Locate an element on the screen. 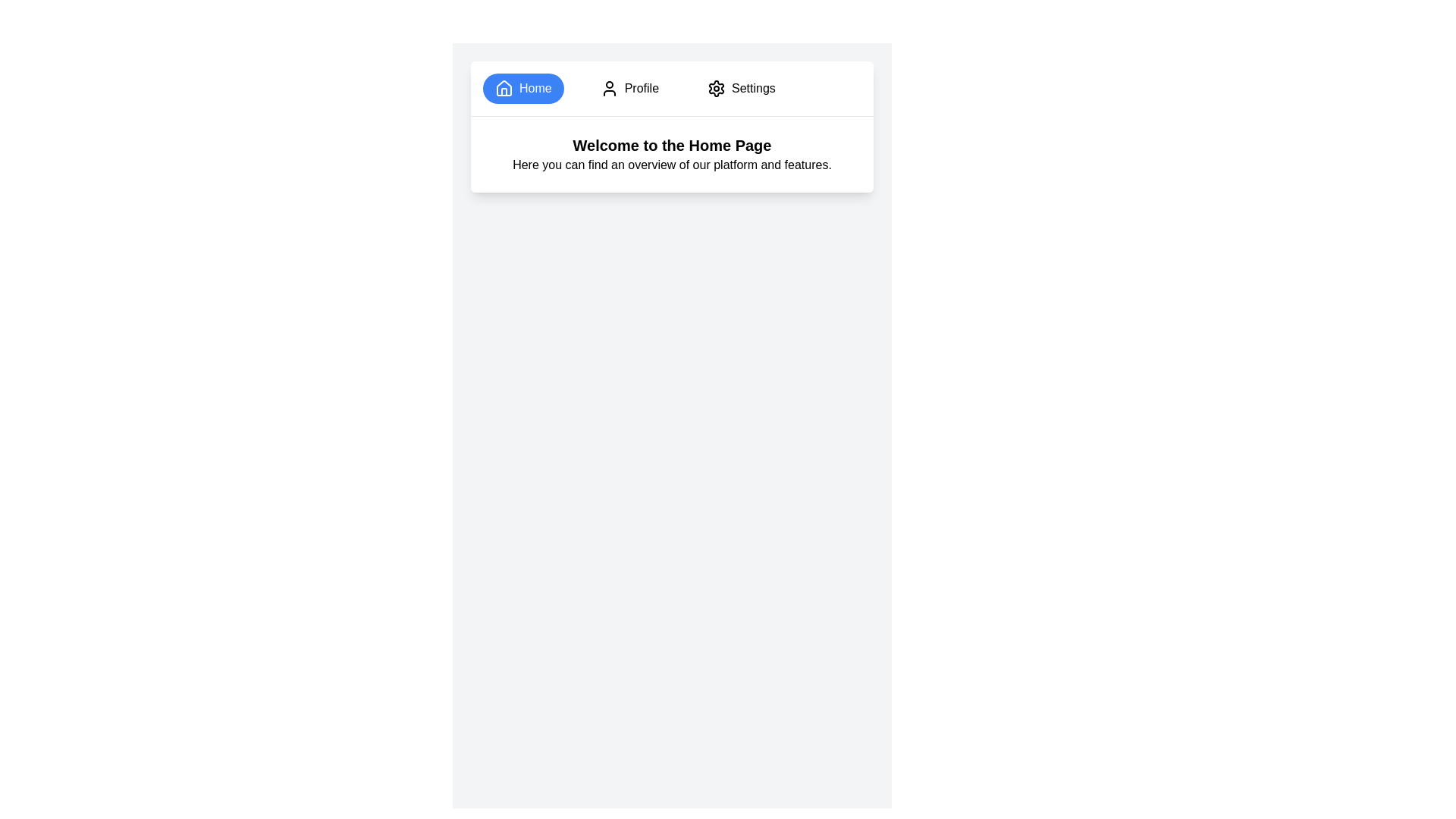  the descriptive text paragraph located beneath the 'Welcome to the Home Page' header, which provides introductory information about the platform's features is located at coordinates (671, 165).